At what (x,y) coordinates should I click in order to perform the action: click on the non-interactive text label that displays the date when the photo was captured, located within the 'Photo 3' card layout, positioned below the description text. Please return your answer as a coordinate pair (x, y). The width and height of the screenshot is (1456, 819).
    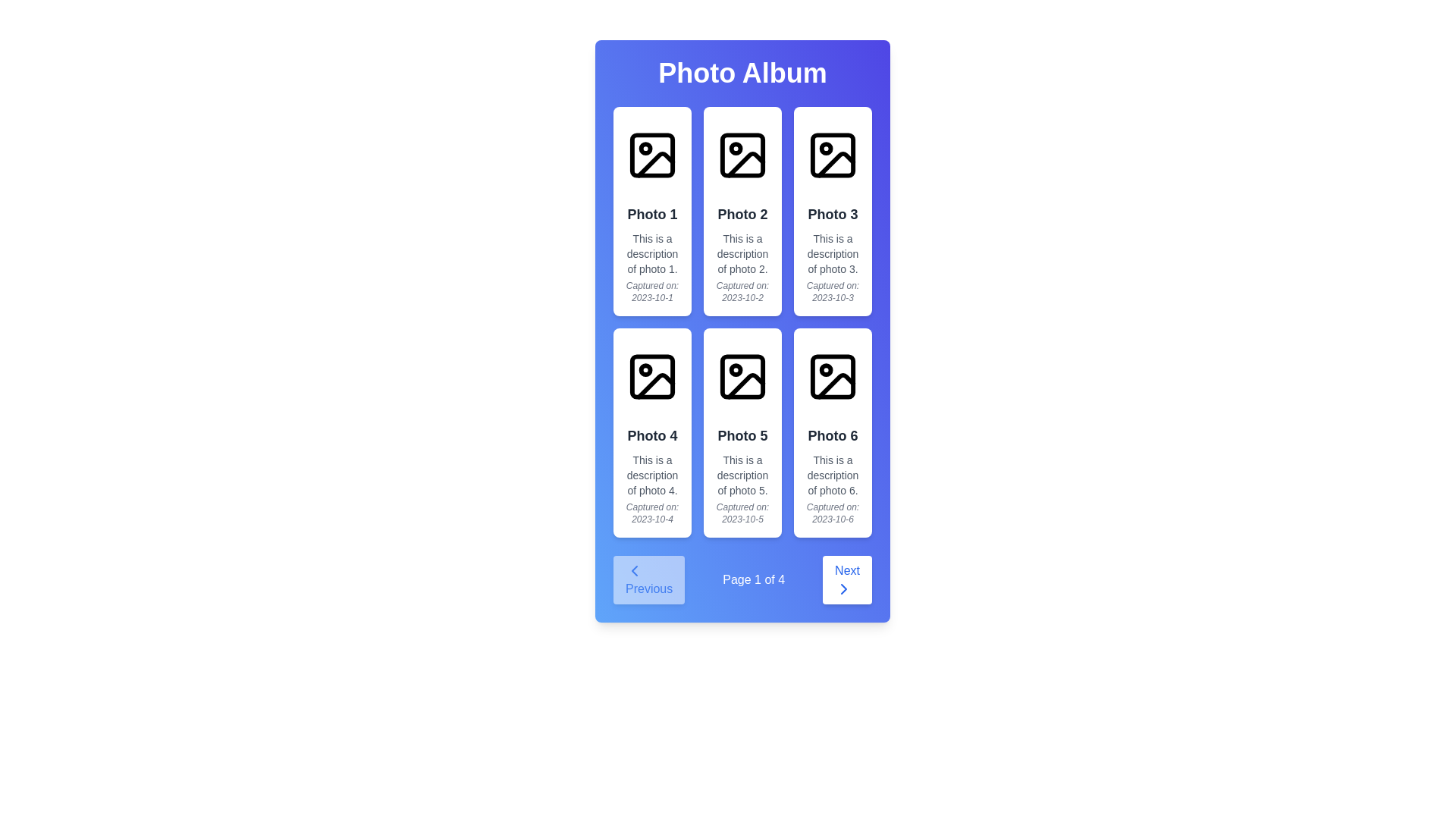
    Looking at the image, I should click on (832, 292).